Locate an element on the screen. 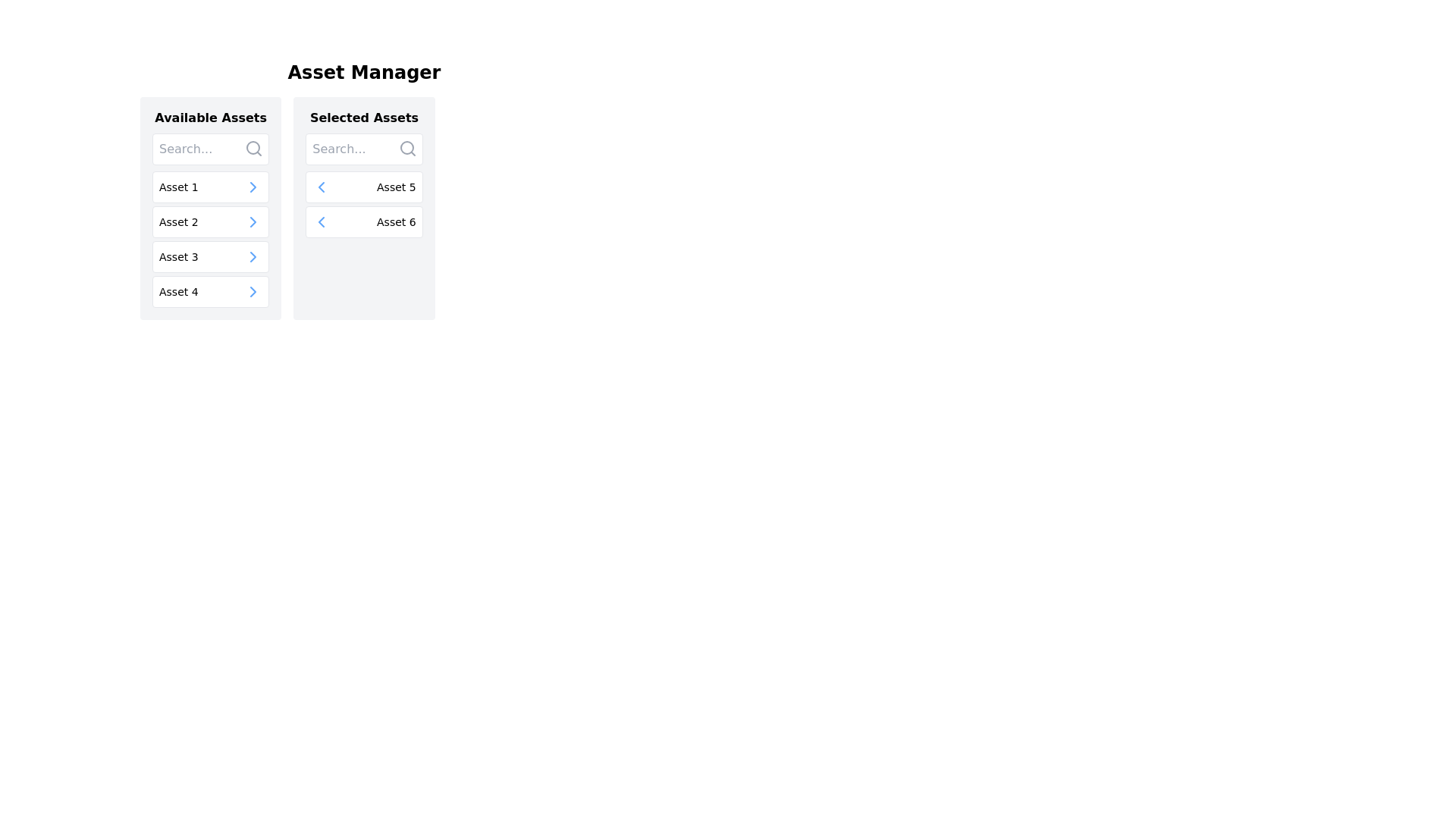 This screenshot has width=1456, height=819. the circular part of the composite search icon located on the right side of the 'Selected Assets' search bar within the upper section of the 'Selected Assets' panel is located at coordinates (406, 148).